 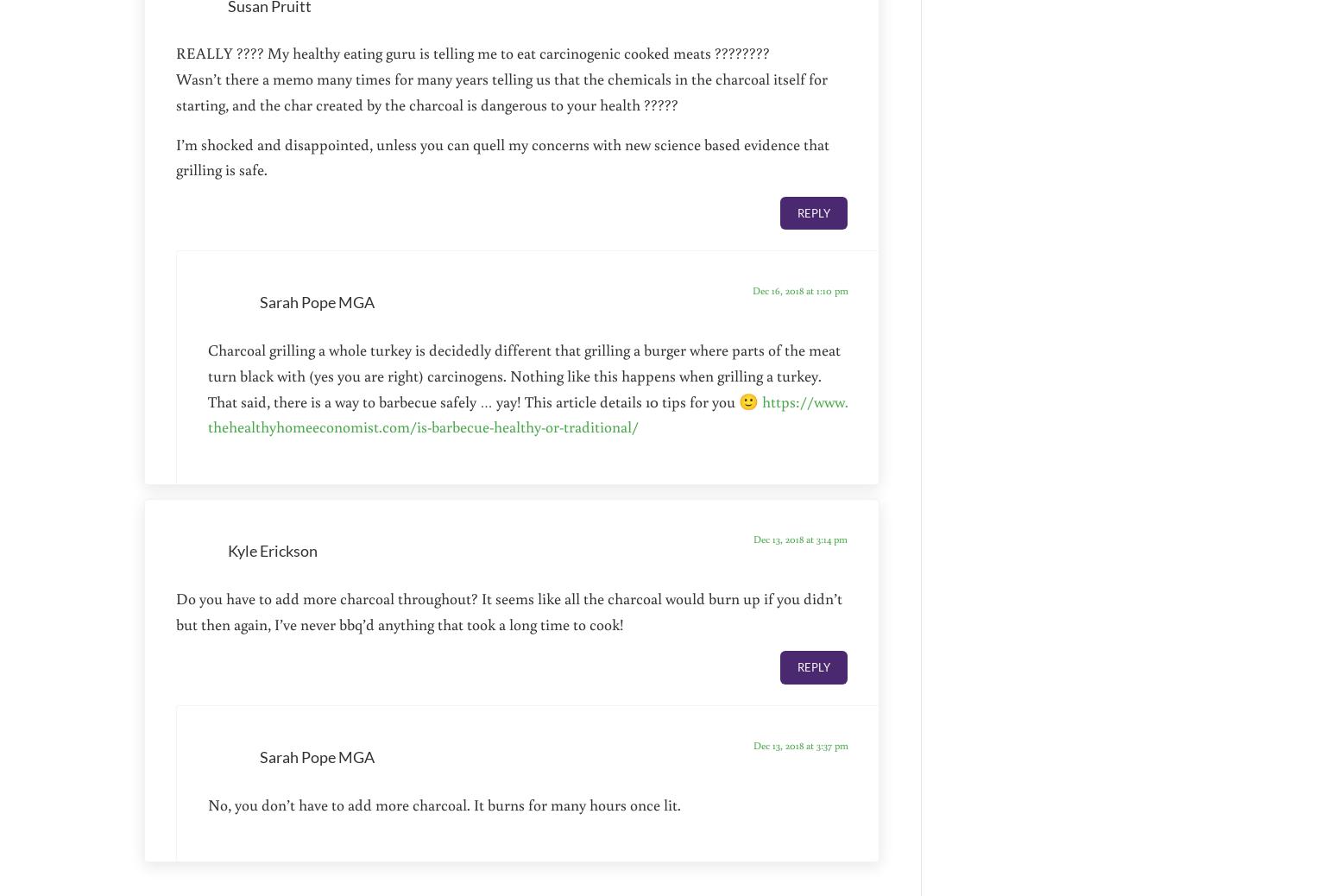 What do you see at coordinates (502, 155) in the screenshot?
I see `'I’m shocked and disappointed, unless you can quell my concerns with new science based evidence that grilling is safe.'` at bounding box center [502, 155].